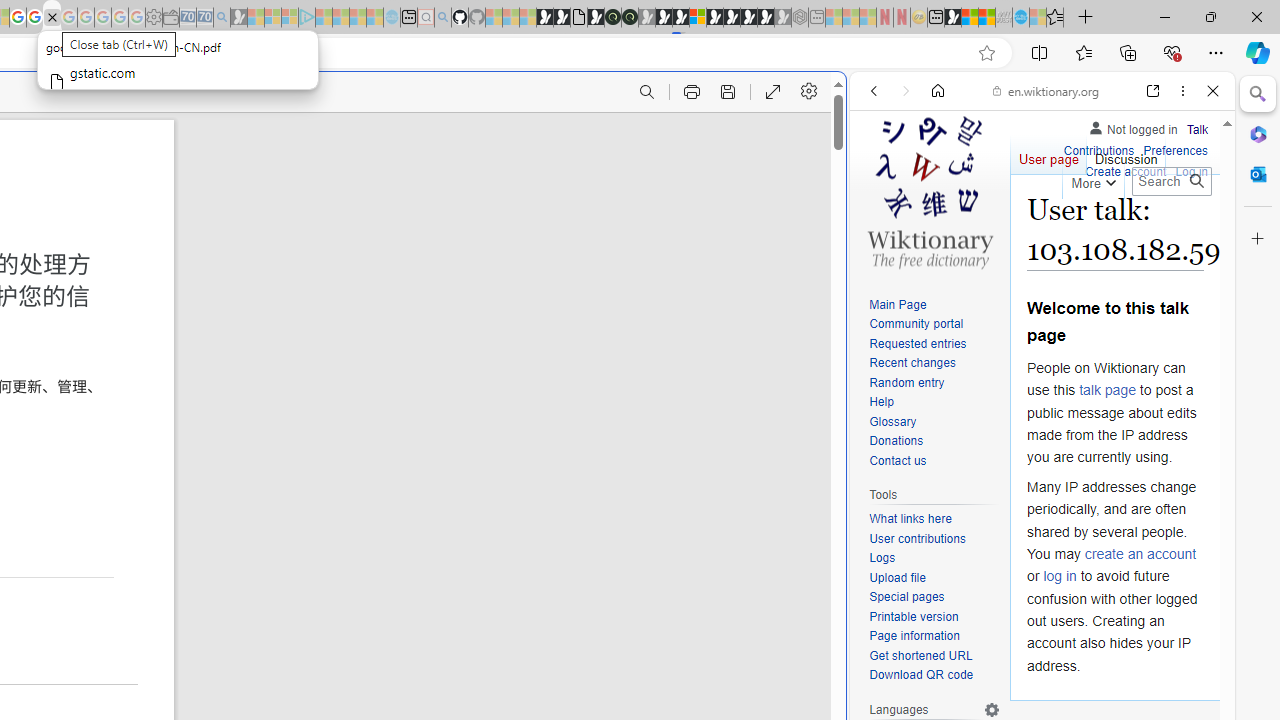 This screenshot has width=1280, height=720. I want to click on 'log in', so click(1058, 576).